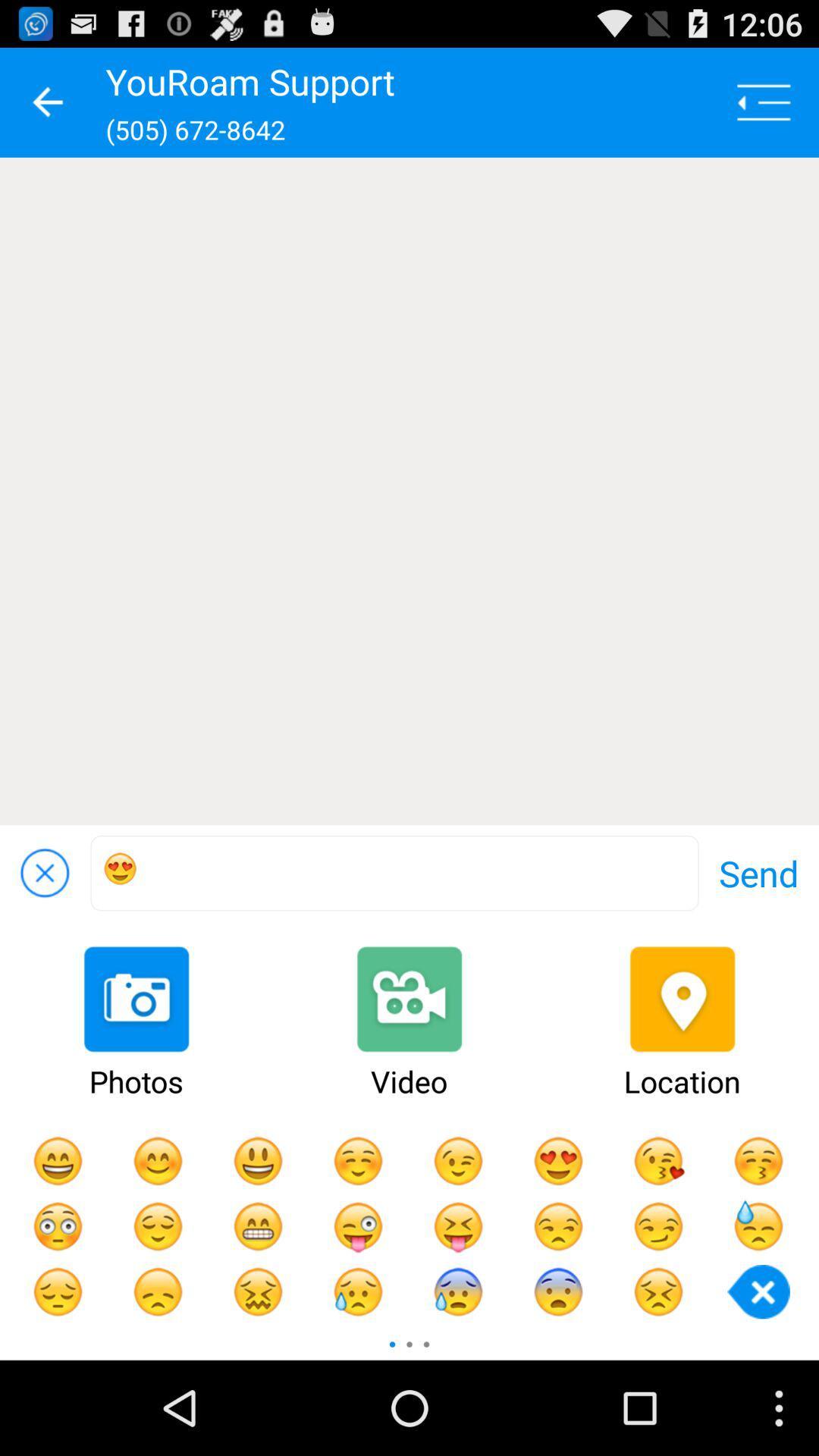  I want to click on app next to the send icon, so click(394, 873).